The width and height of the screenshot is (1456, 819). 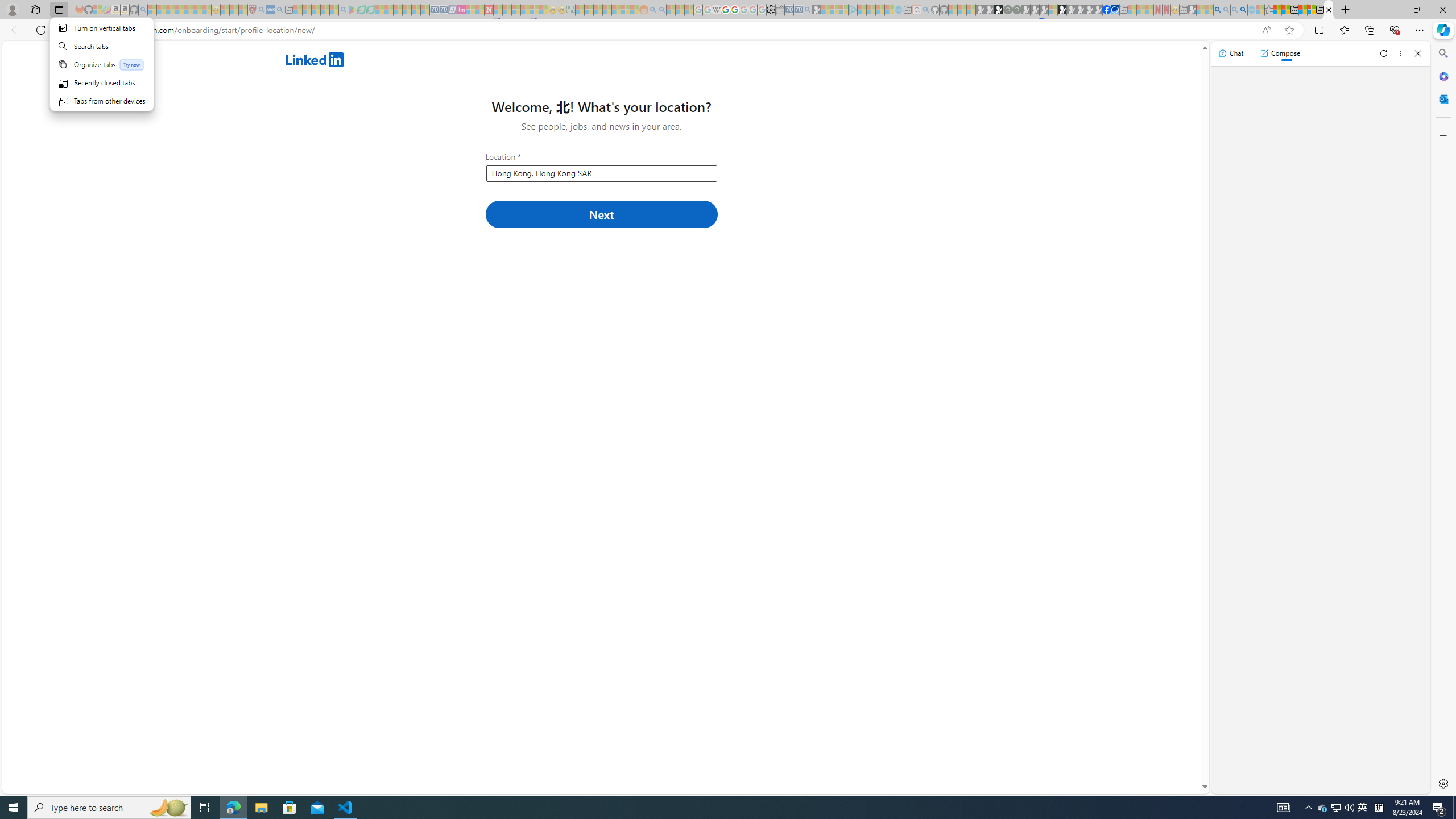 I want to click on 'Recently closed tabs', so click(x=100, y=82).